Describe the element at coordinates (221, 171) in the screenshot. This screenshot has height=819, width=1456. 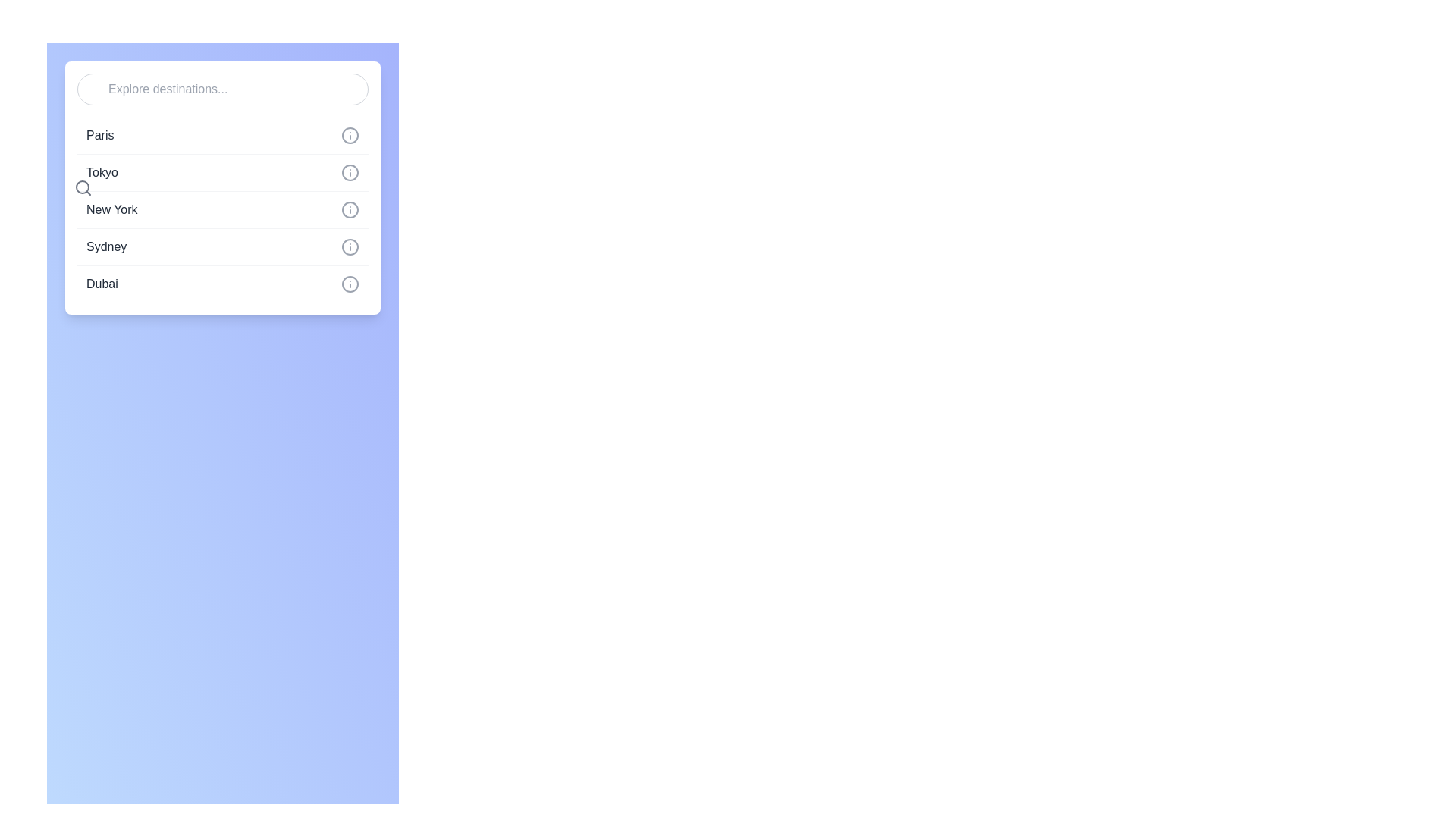
I see `the list item labeled 'Tokyo', which is the second item in the dropdown card list, positioned between 'Paris' and 'New York'` at that location.